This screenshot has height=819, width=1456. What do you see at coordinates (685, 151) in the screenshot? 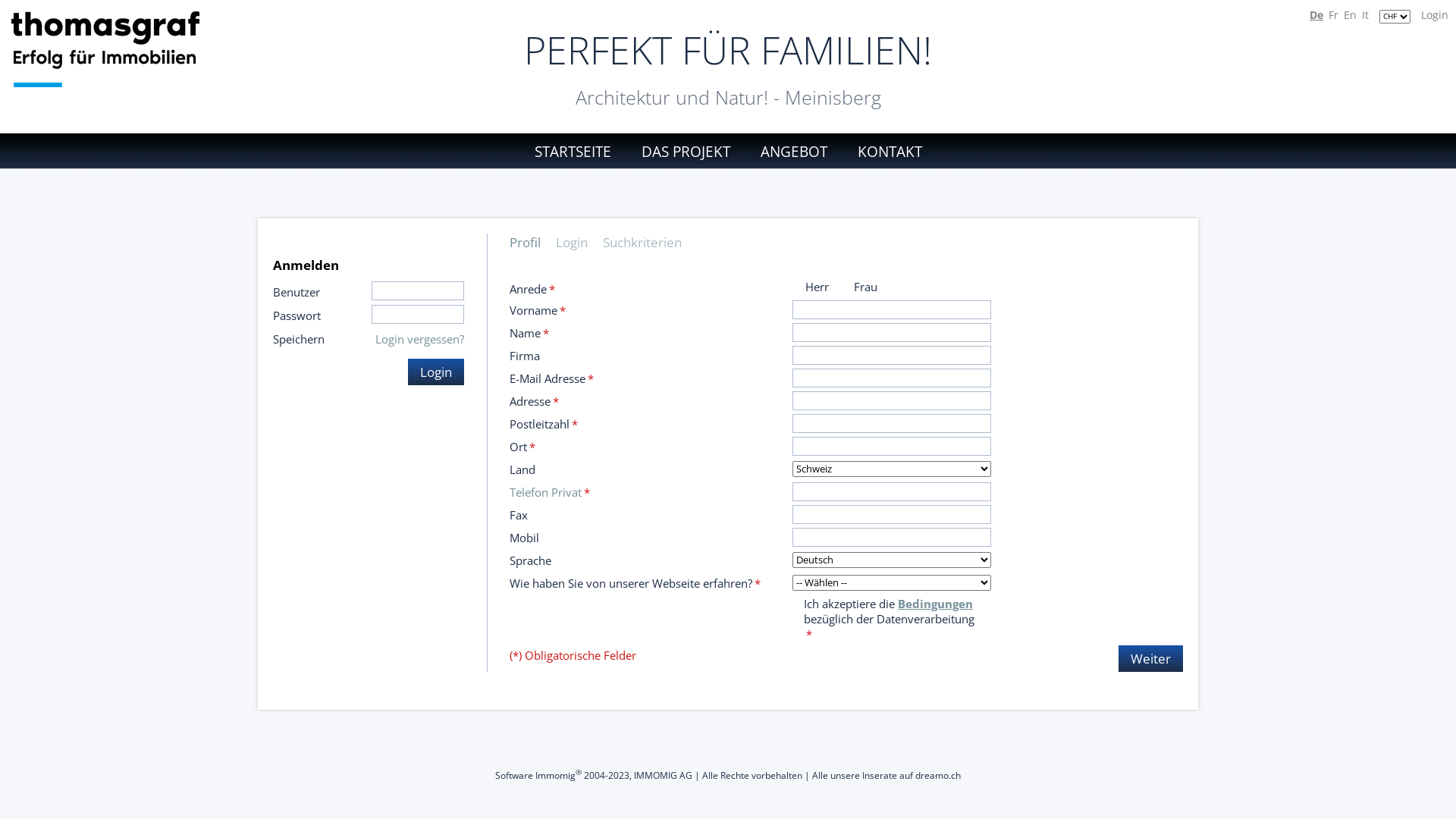
I see `'DAS PROJEKT'` at bounding box center [685, 151].